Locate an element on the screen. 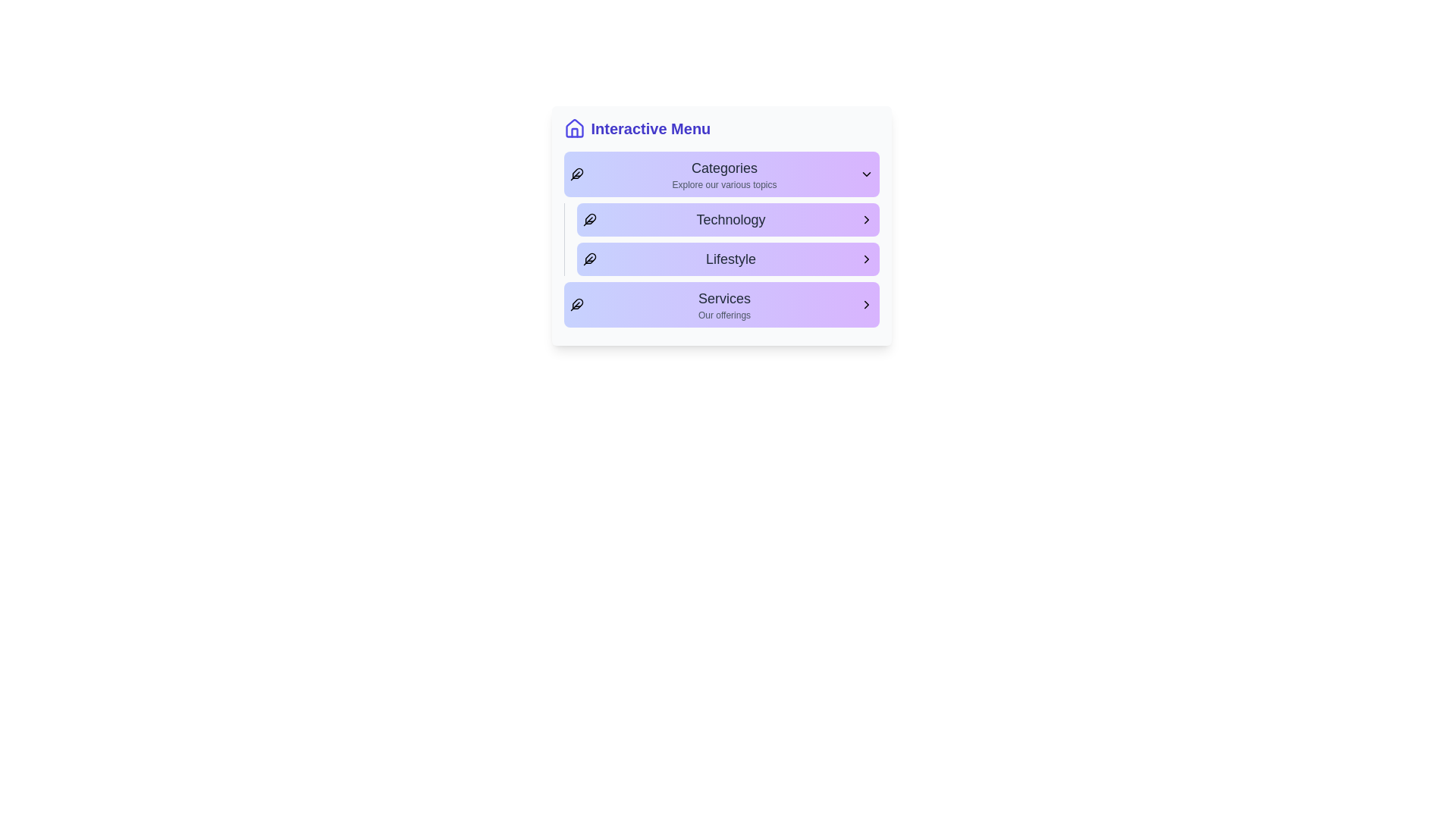 The image size is (1456, 819). static text label that serves as a header for the 'Services' category, positioned on the left-center part of the menu section is located at coordinates (723, 298).